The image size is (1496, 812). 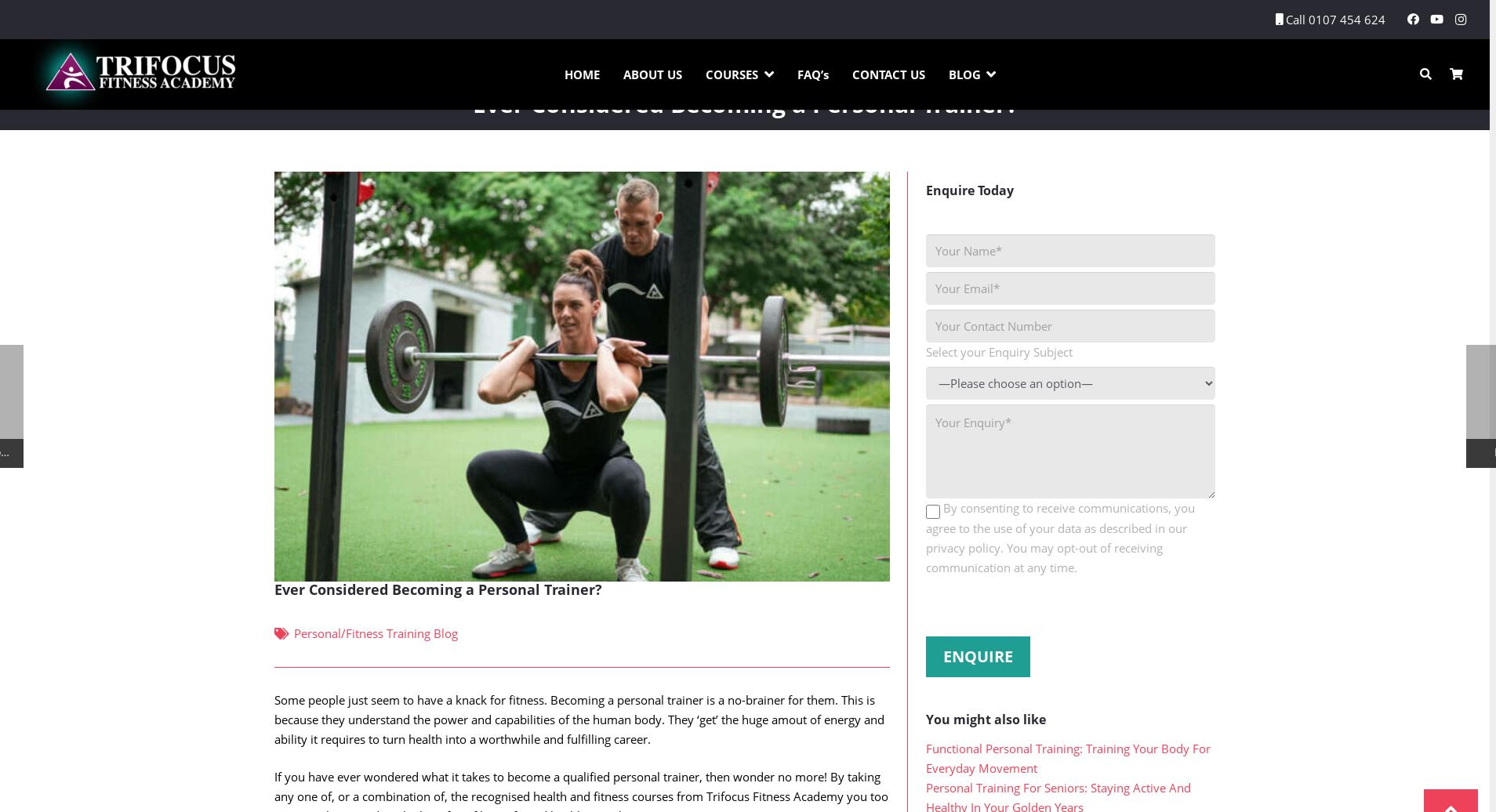 I want to click on 'COURSES', so click(x=731, y=74).